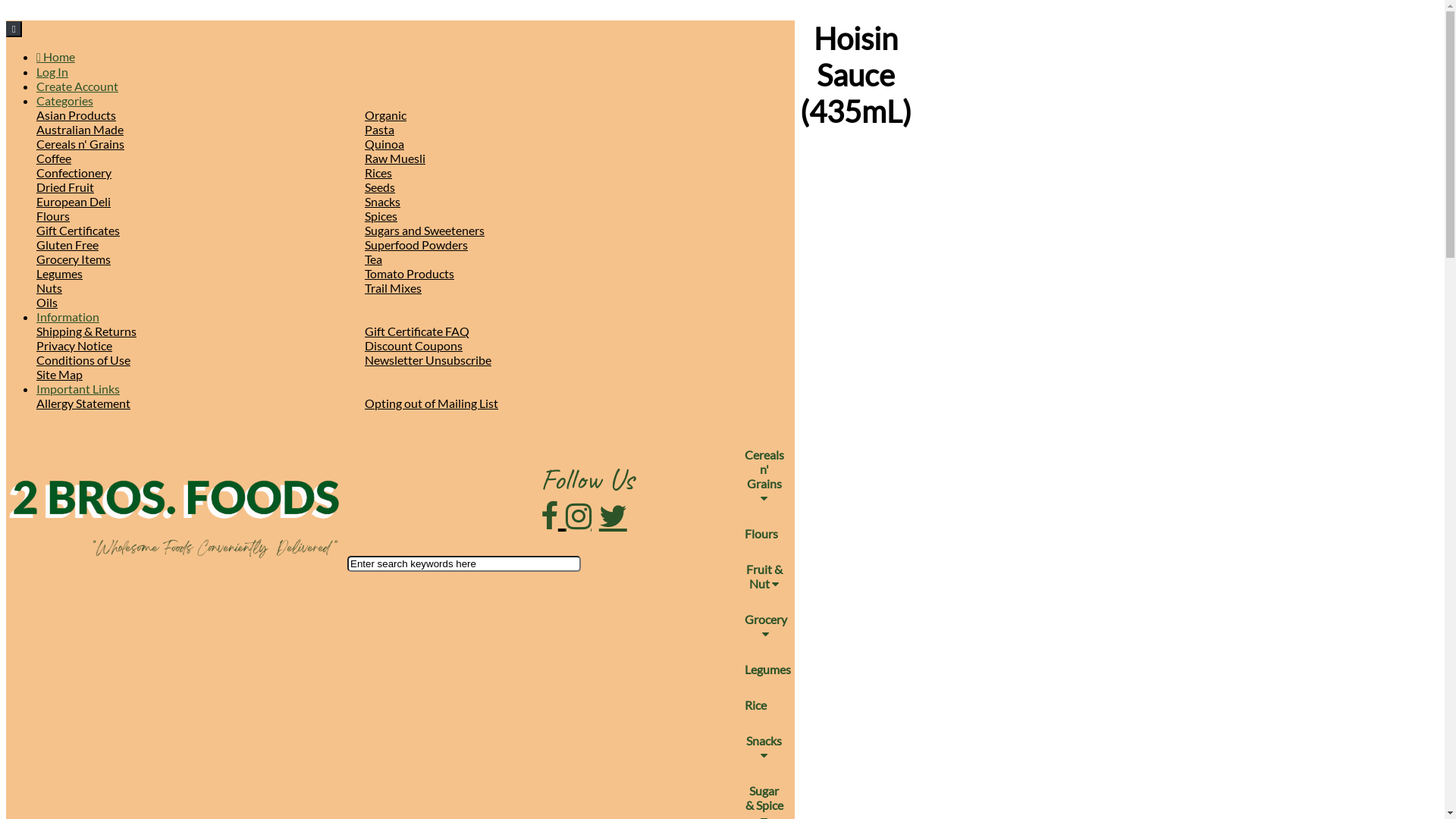 The height and width of the screenshot is (819, 1456). I want to click on 'Tomato Products', so click(409, 273).